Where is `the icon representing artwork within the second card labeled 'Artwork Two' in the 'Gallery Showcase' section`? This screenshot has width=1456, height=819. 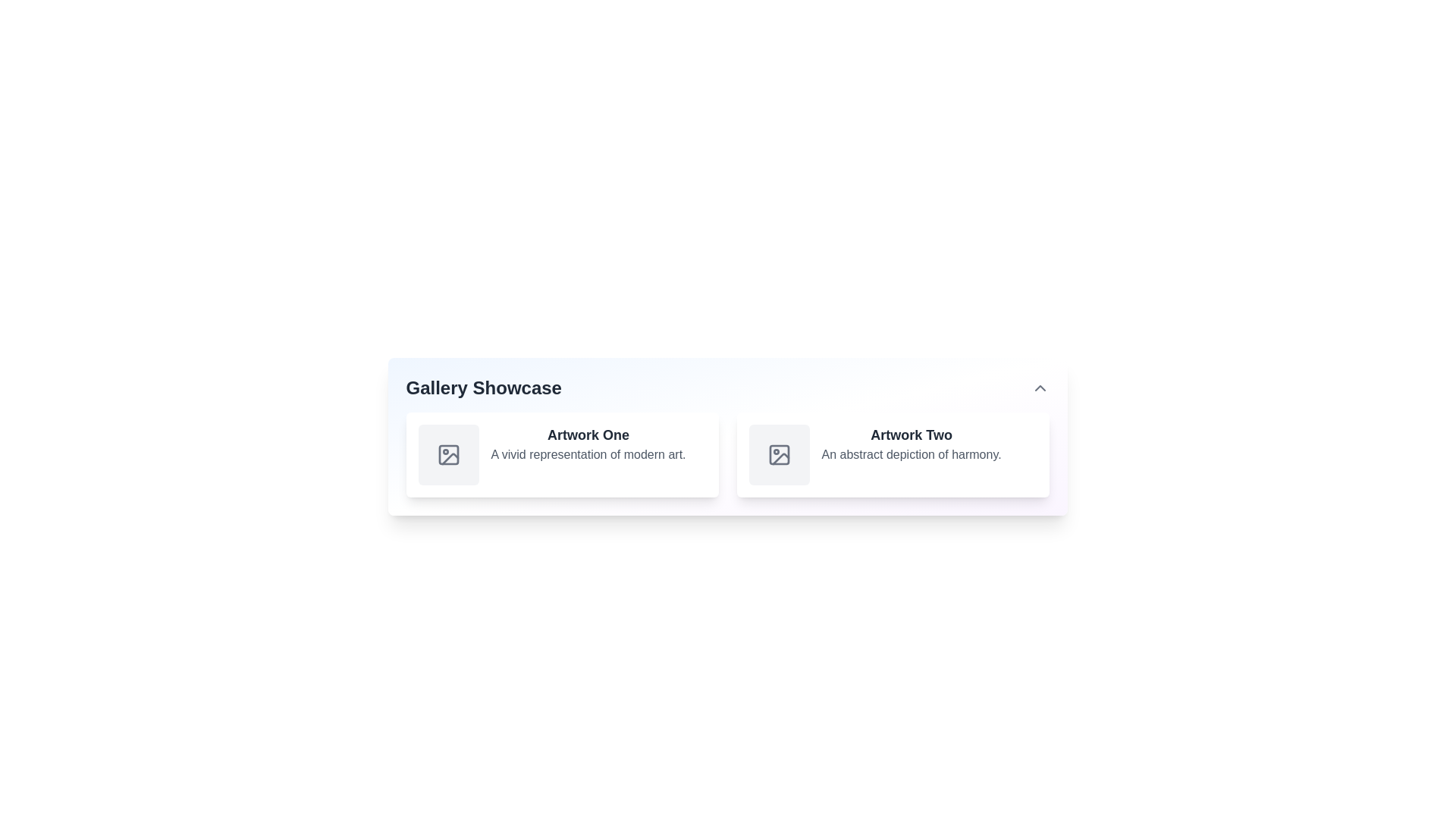 the icon representing artwork within the second card labeled 'Artwork Two' in the 'Gallery Showcase' section is located at coordinates (779, 454).